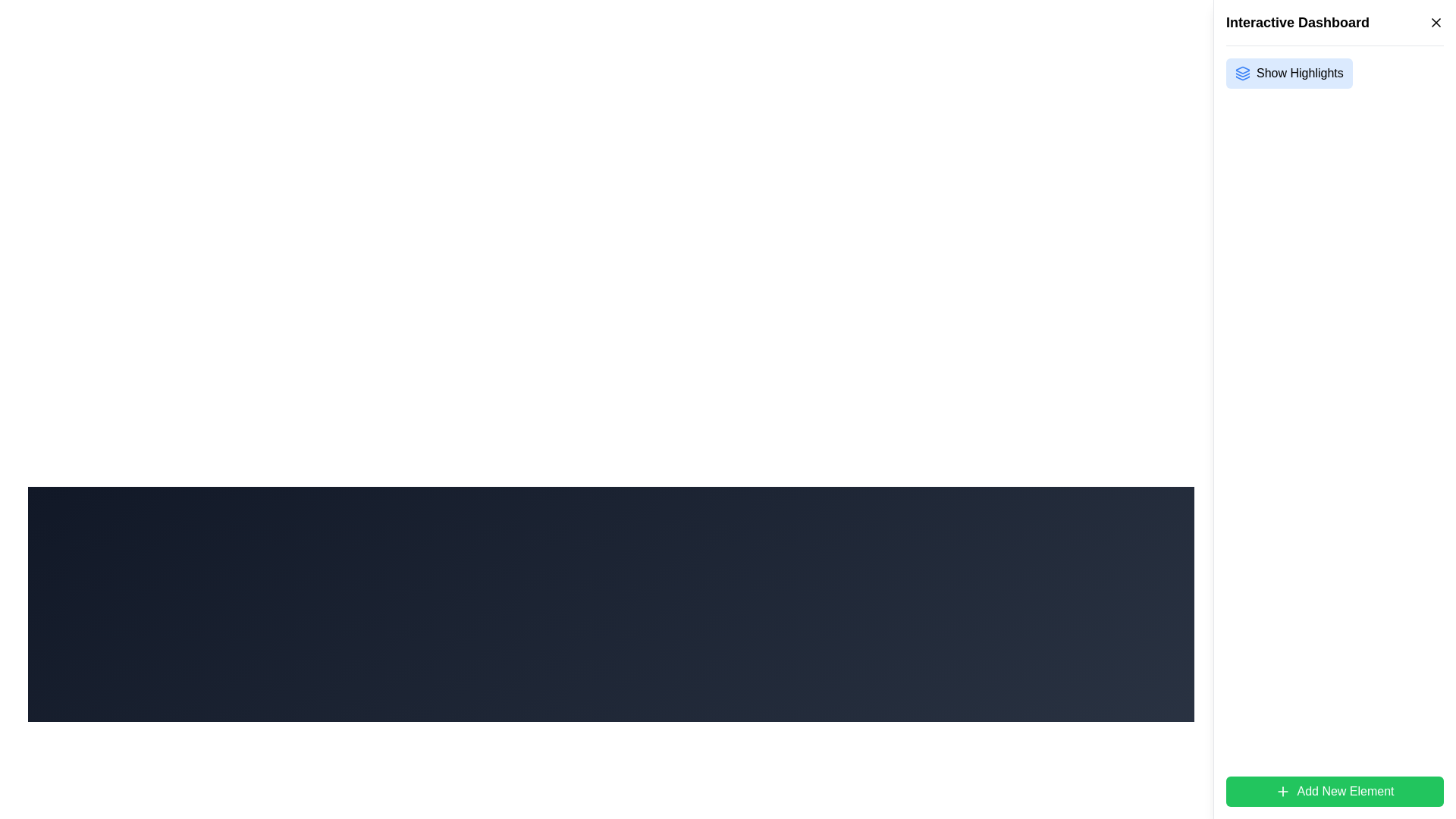  What do you see at coordinates (1288, 73) in the screenshot?
I see `the clickable button with a blue background and rounded edges labeled 'Show Highlights', which features a blue stack of layers icon, to observe the hover effect` at bounding box center [1288, 73].